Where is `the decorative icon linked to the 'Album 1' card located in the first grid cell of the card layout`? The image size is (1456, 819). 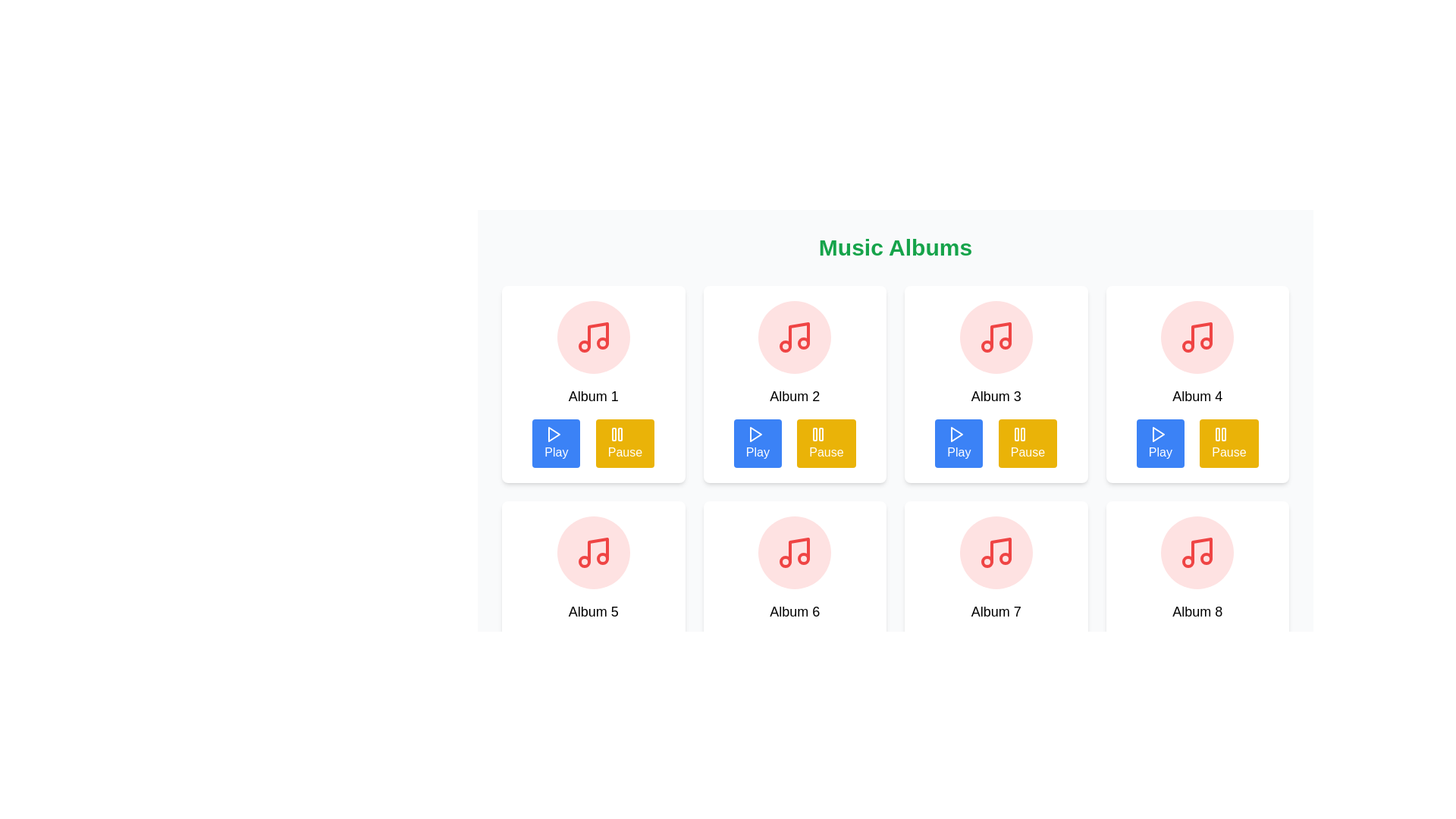
the decorative icon linked to the 'Album 1' card located in the first grid cell of the card layout is located at coordinates (592, 336).